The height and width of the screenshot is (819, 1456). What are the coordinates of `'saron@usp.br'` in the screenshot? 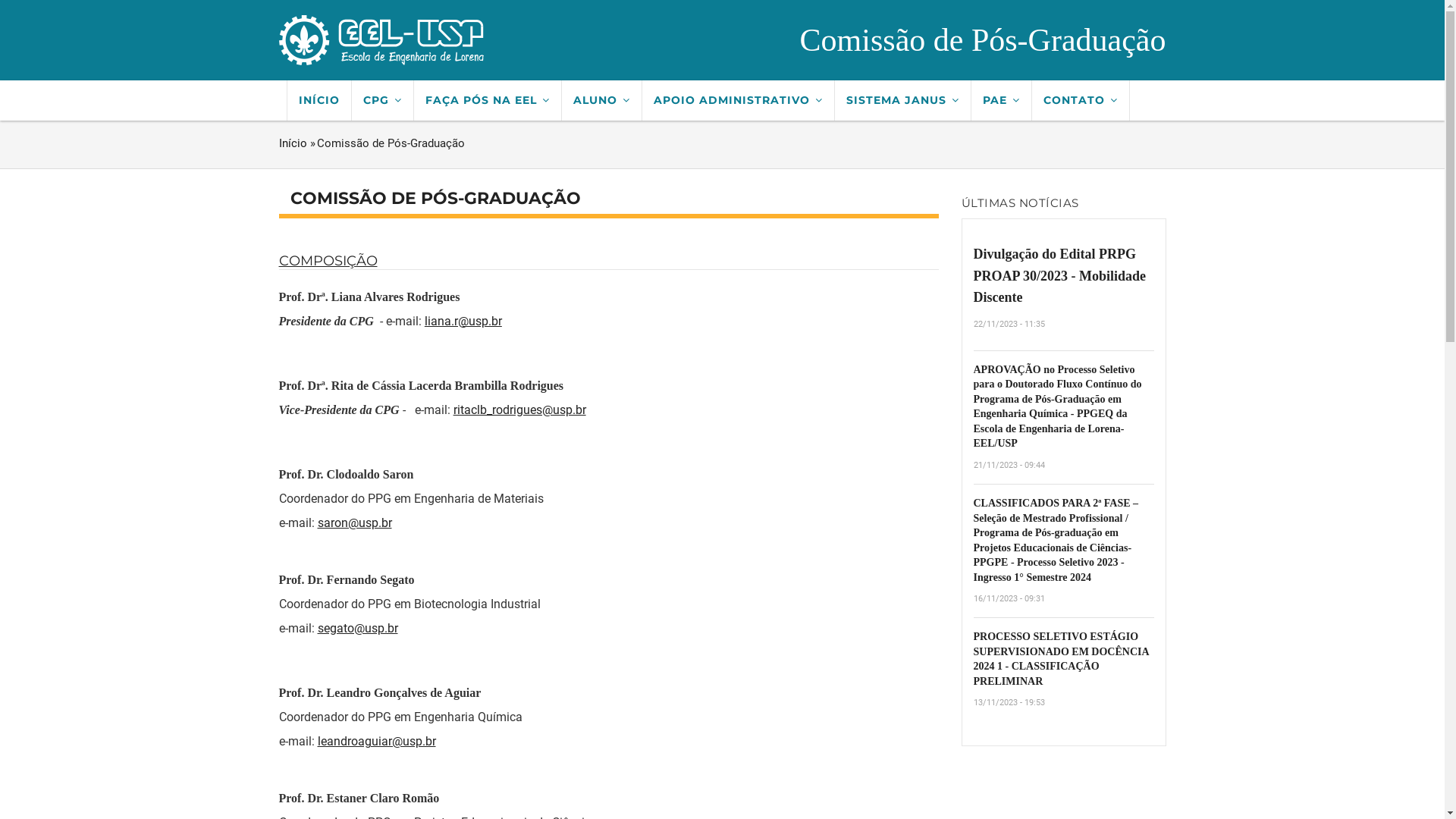 It's located at (353, 522).